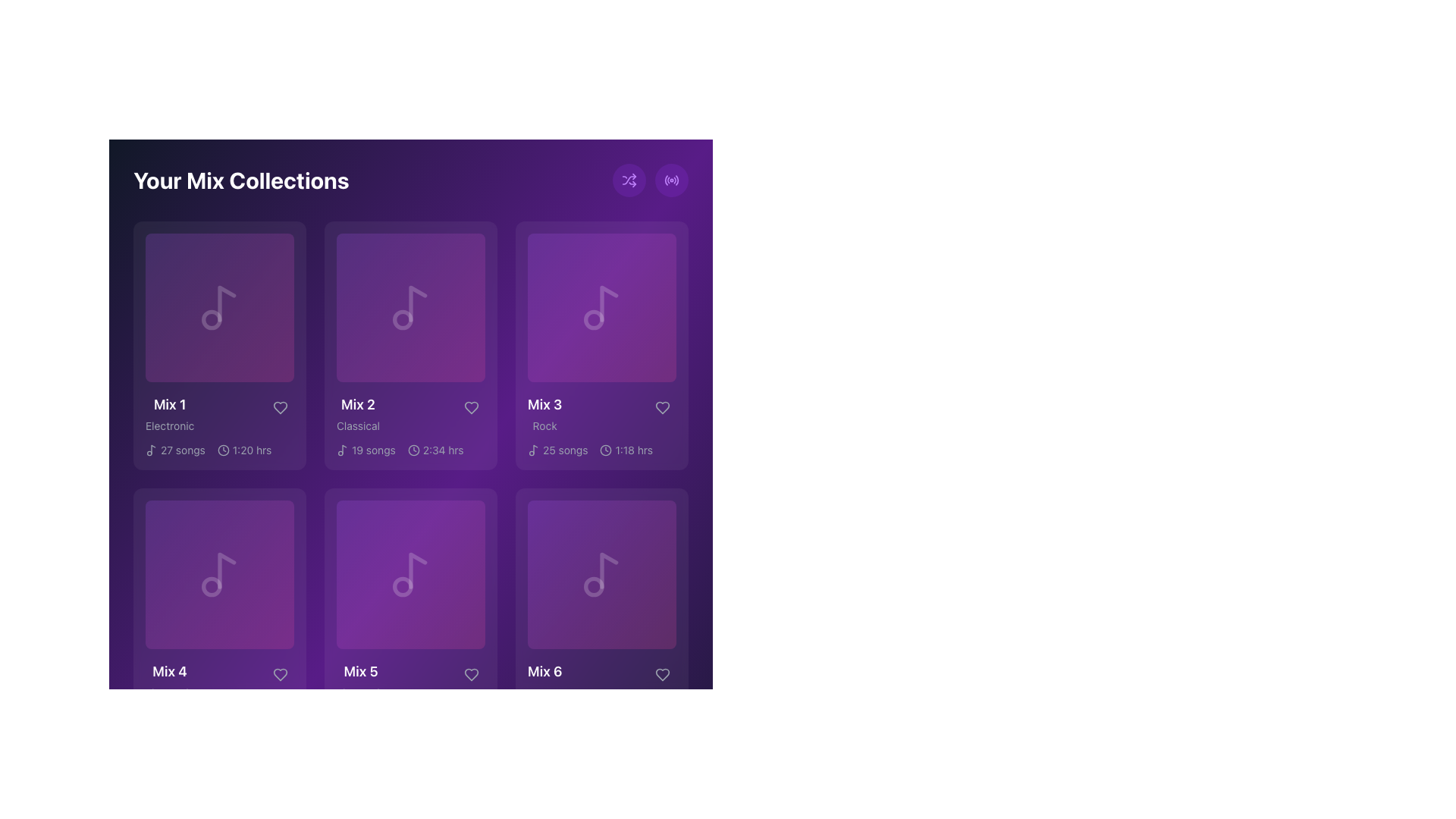  Describe the element at coordinates (170, 414) in the screenshot. I see `text label titled 'Mix 1' with genre 'Electronic' located in the top-left corner of the 'Your Mix Collections' grid layout` at that location.